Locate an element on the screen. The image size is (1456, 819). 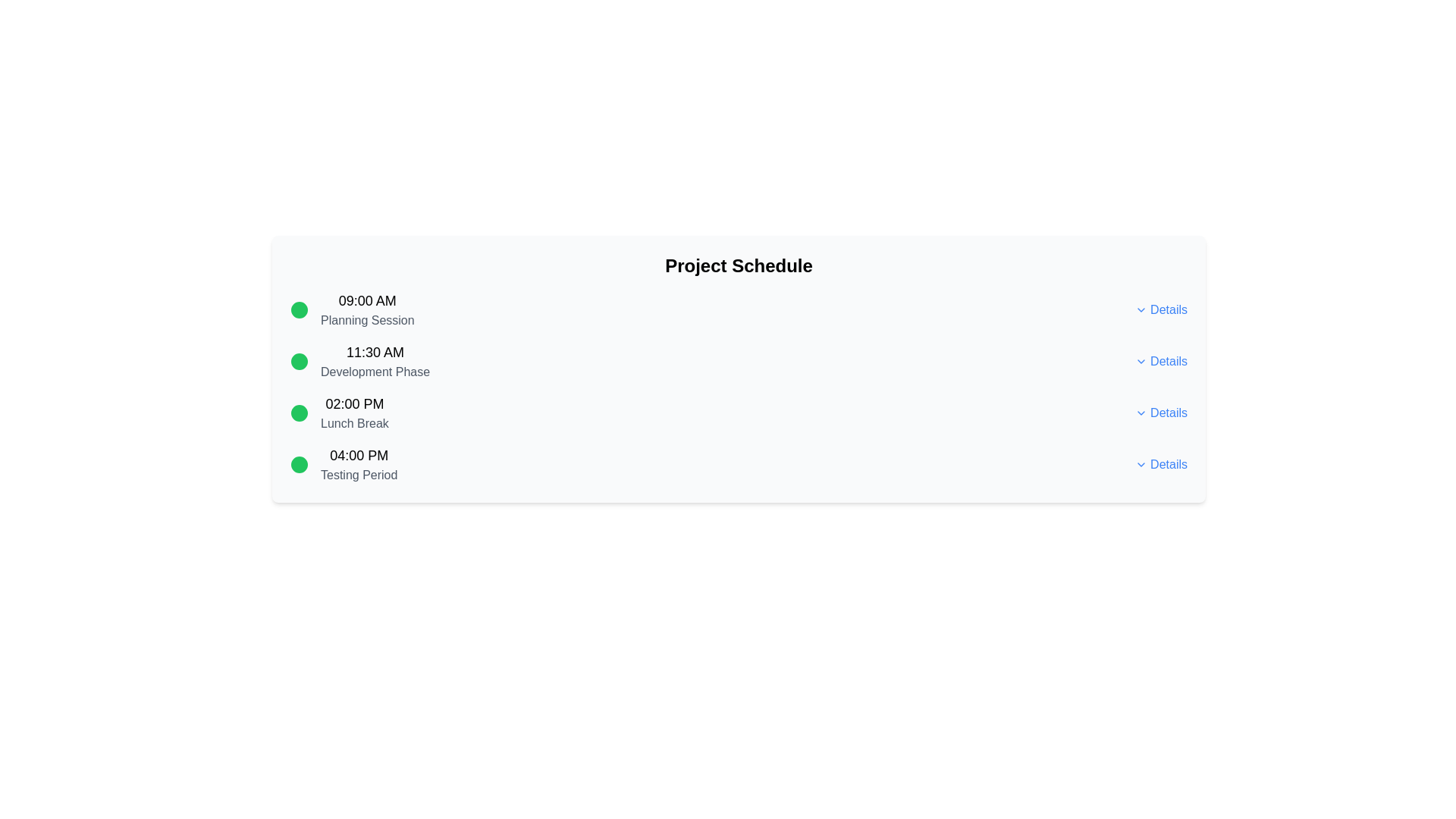
the text label displaying 'Development Phase' located beneath the '11:30 AM' text in the schedule layout is located at coordinates (375, 372).